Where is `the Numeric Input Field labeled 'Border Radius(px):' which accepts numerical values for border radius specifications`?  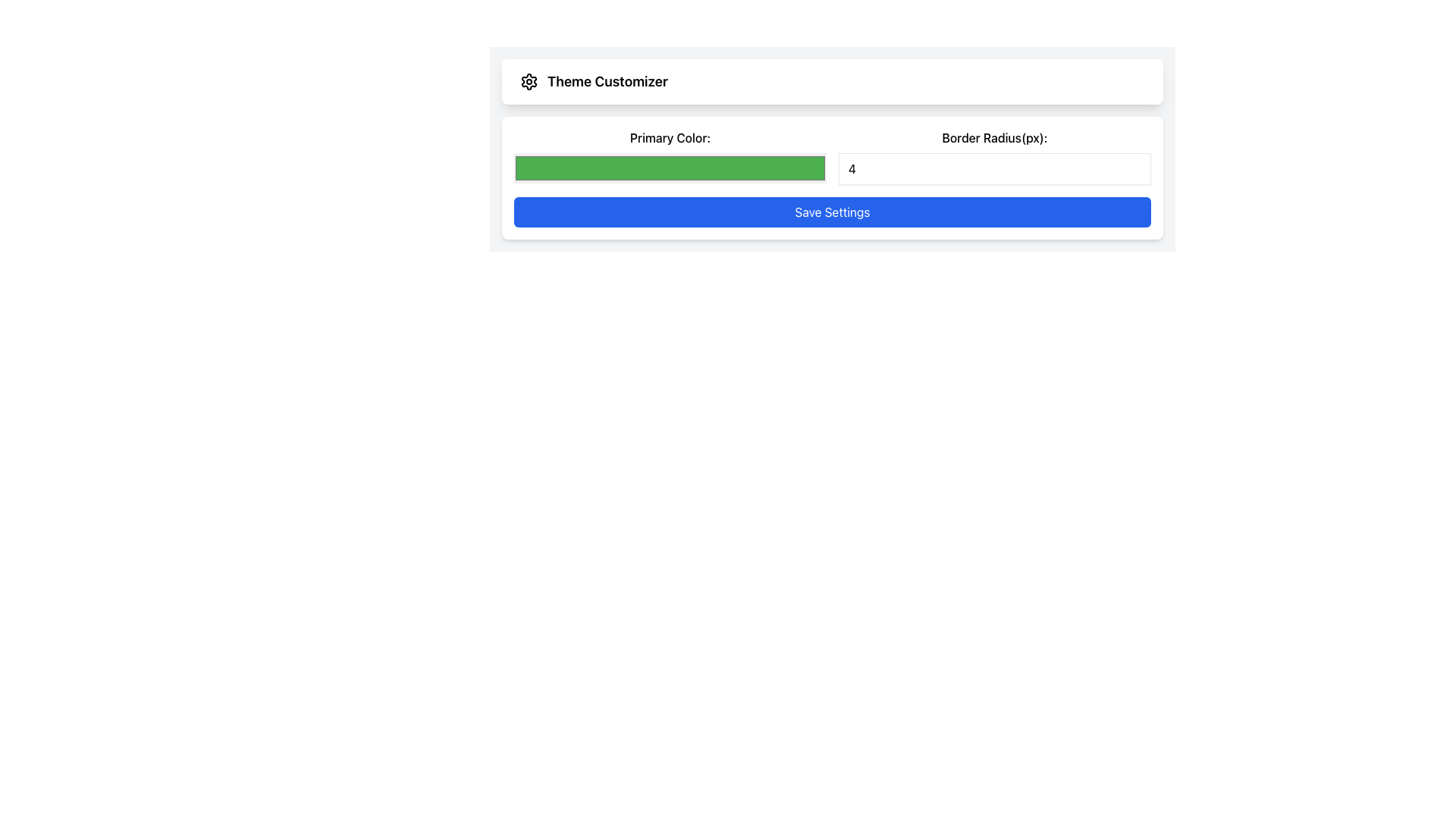 the Numeric Input Field labeled 'Border Radius(px):' which accepts numerical values for border radius specifications is located at coordinates (994, 157).